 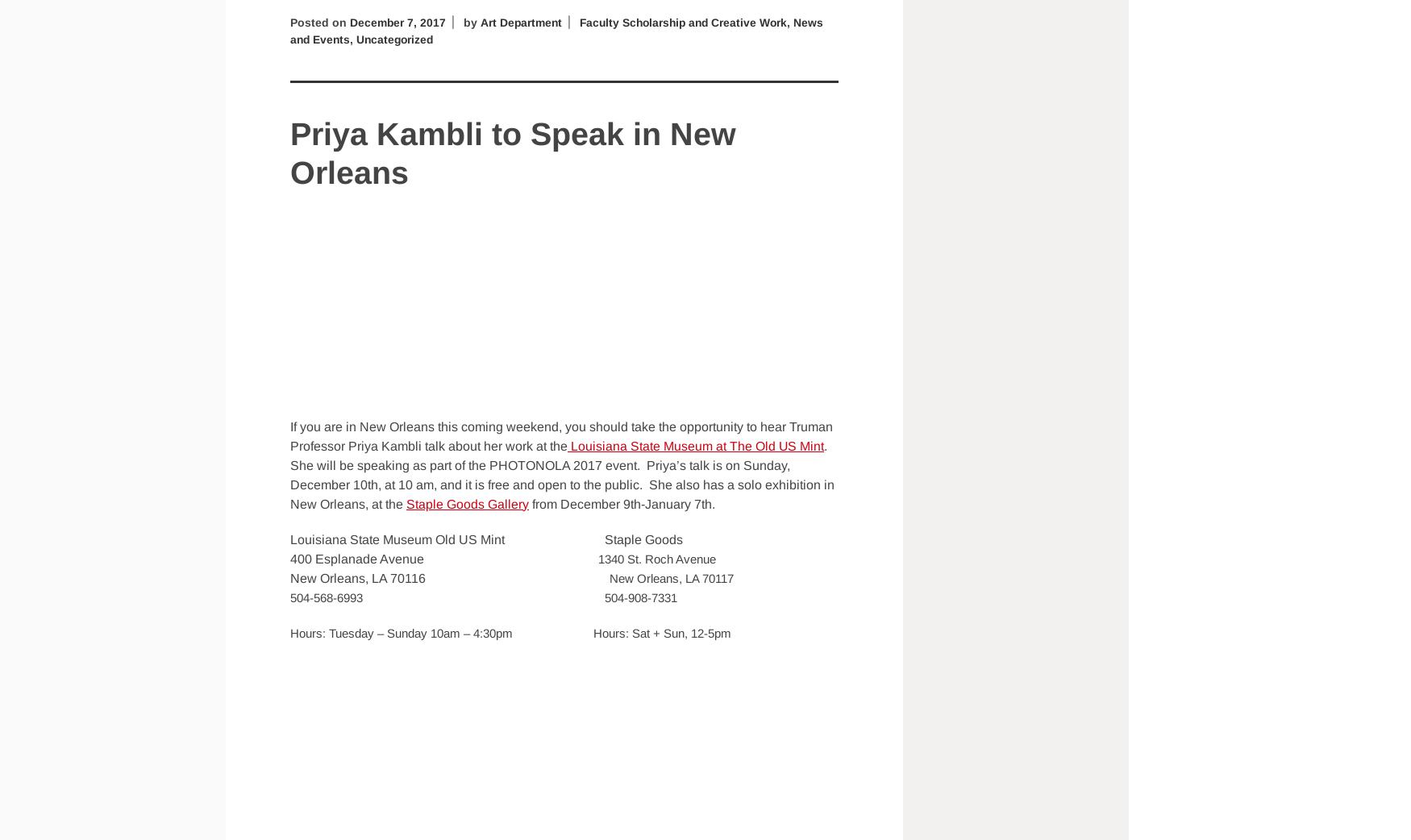 I want to click on 'Hours: Tuesday – Sunday 10am – 4:30pm', so click(x=440, y=632).